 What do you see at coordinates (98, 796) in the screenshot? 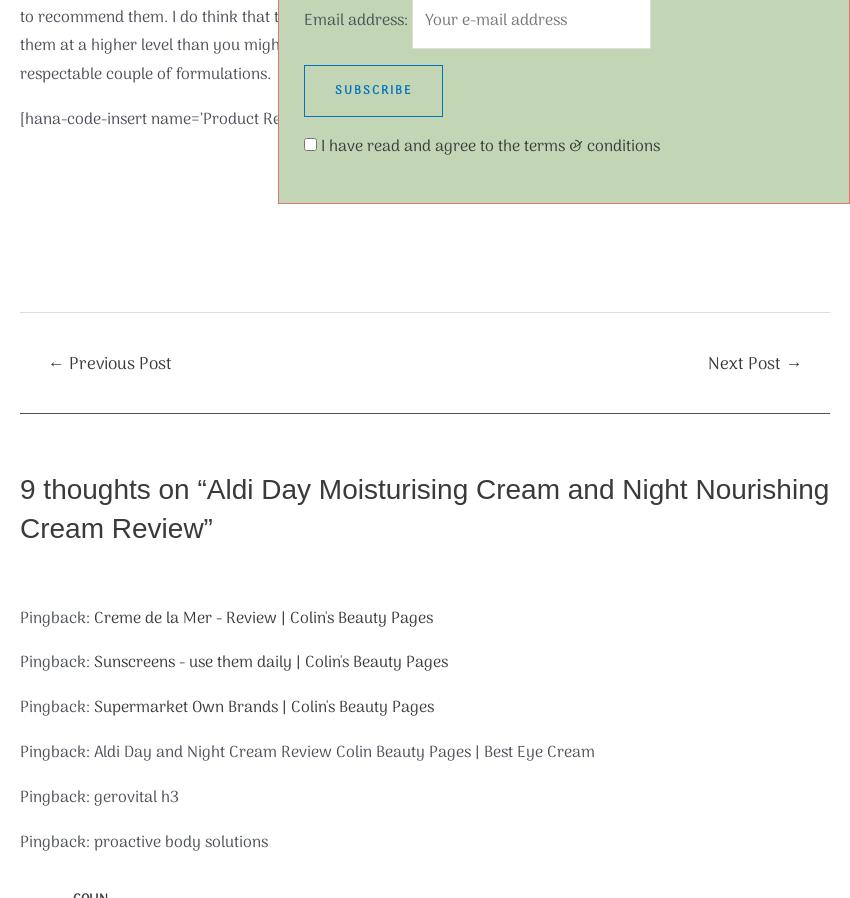
I see `'Pingback: gerovital h3'` at bounding box center [98, 796].